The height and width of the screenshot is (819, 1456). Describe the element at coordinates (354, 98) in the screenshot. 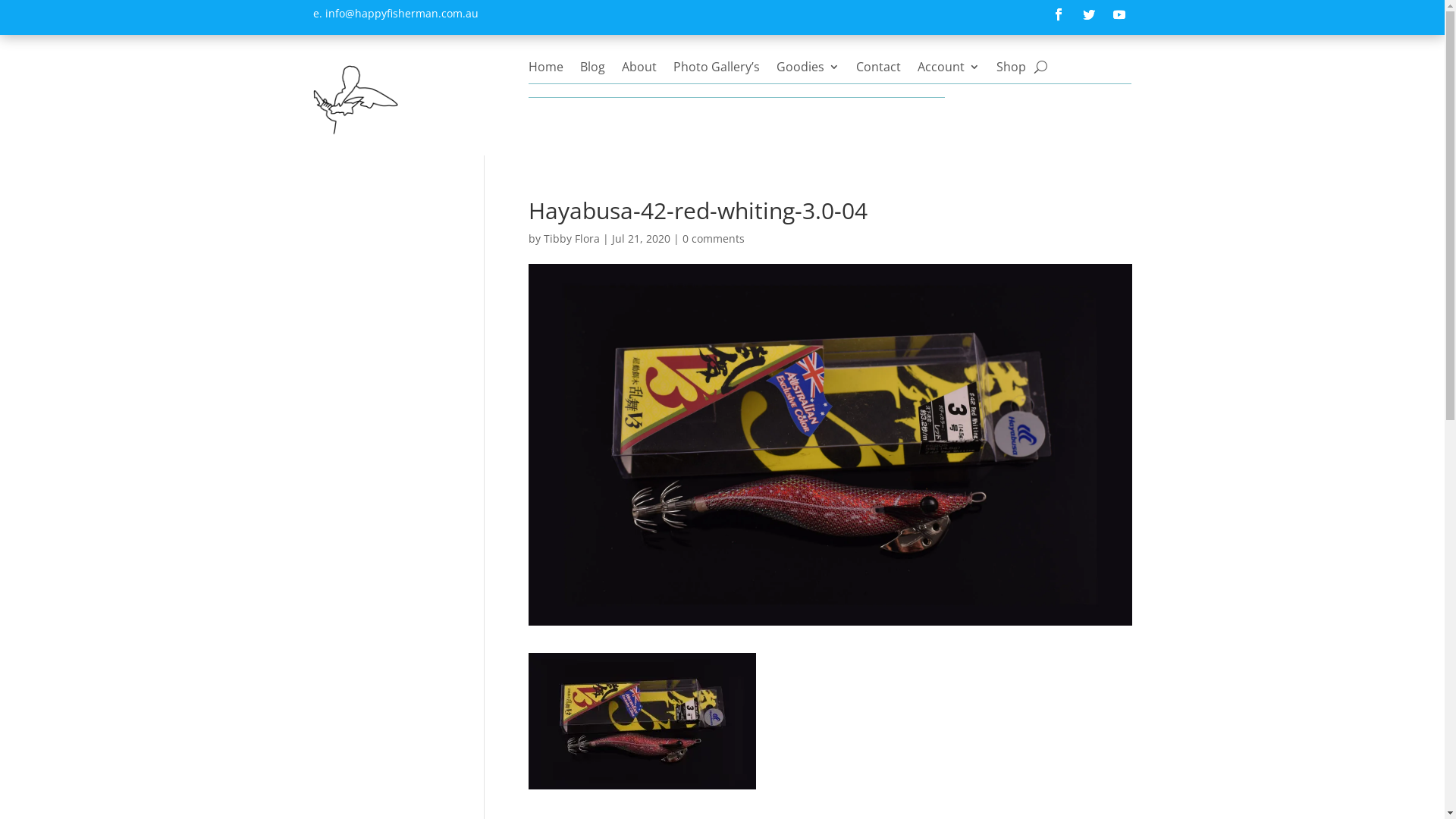

I see `'cropped-logo-black-600.png'` at that location.